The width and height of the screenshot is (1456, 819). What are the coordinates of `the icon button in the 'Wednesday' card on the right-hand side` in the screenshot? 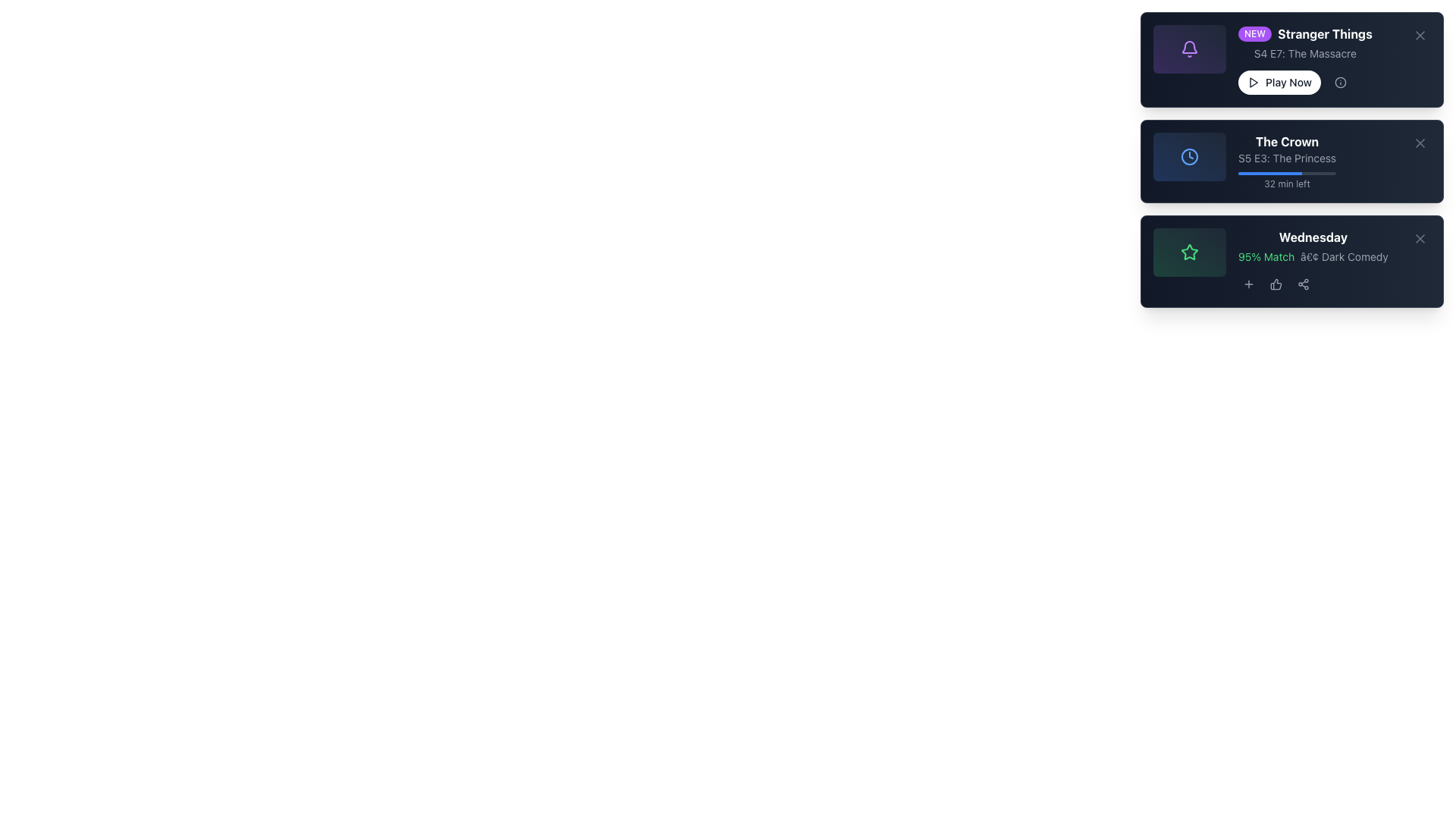 It's located at (1275, 284).